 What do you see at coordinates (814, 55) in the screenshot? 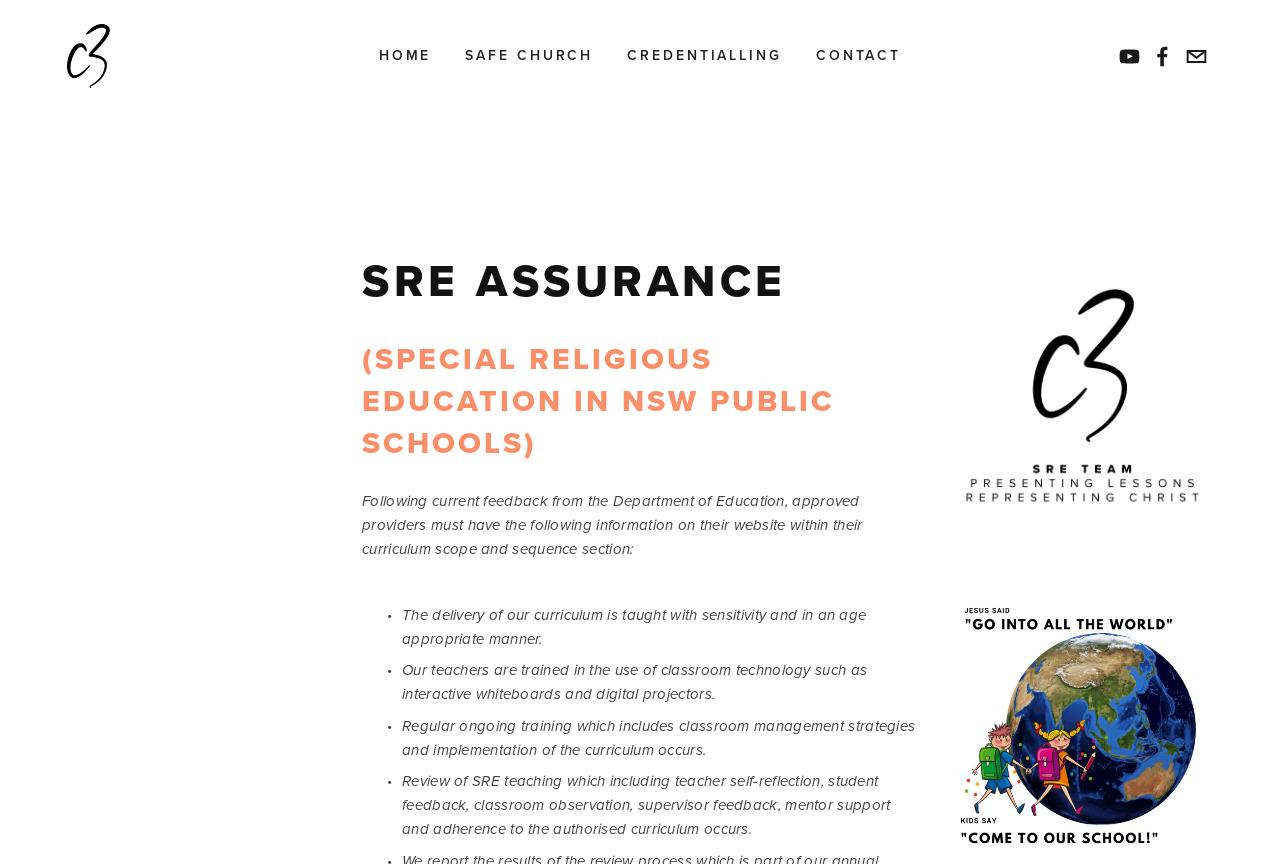
I see `'Contact'` at bounding box center [814, 55].